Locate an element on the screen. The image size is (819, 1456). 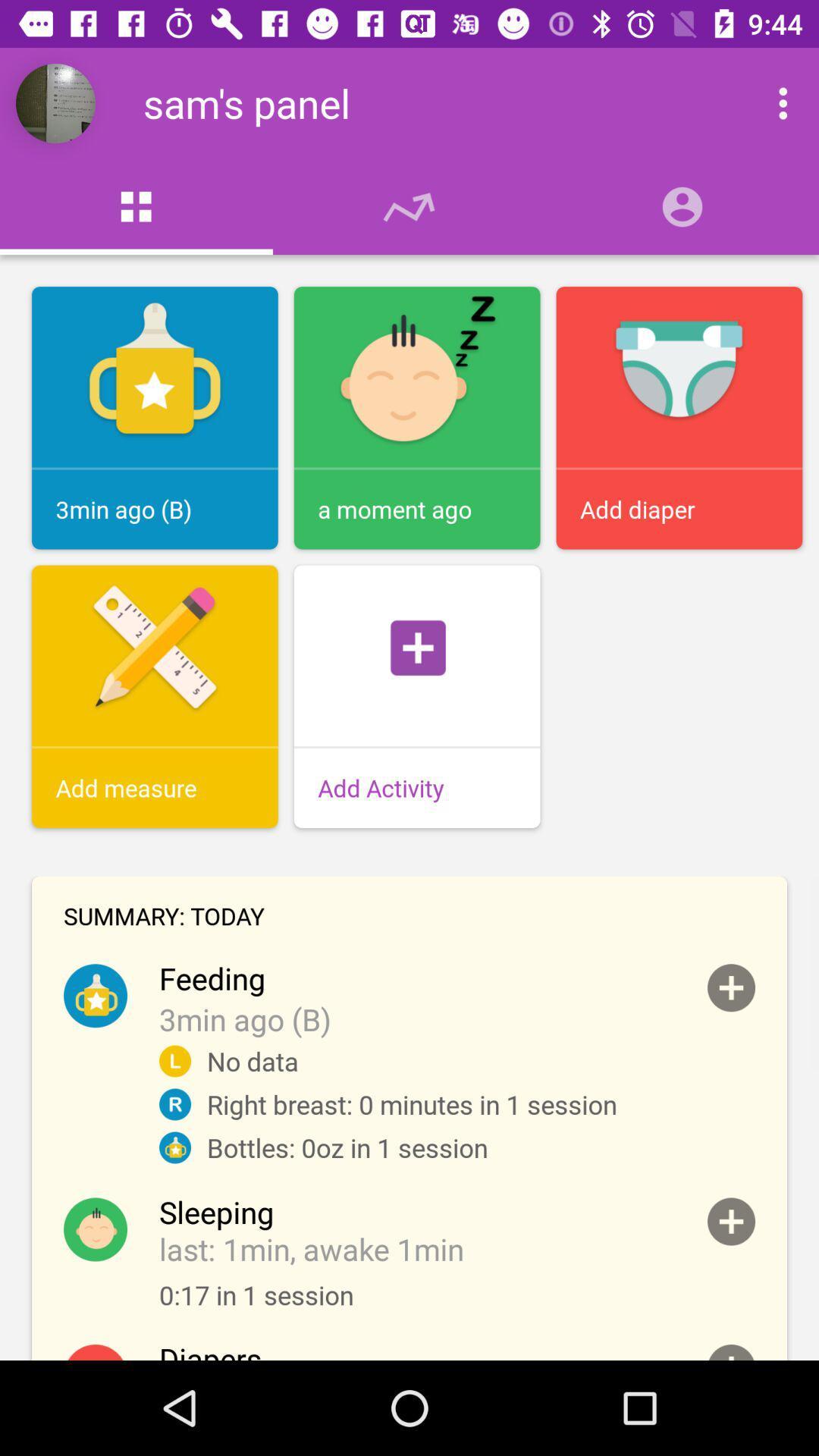
options is located at coordinates (767, 102).